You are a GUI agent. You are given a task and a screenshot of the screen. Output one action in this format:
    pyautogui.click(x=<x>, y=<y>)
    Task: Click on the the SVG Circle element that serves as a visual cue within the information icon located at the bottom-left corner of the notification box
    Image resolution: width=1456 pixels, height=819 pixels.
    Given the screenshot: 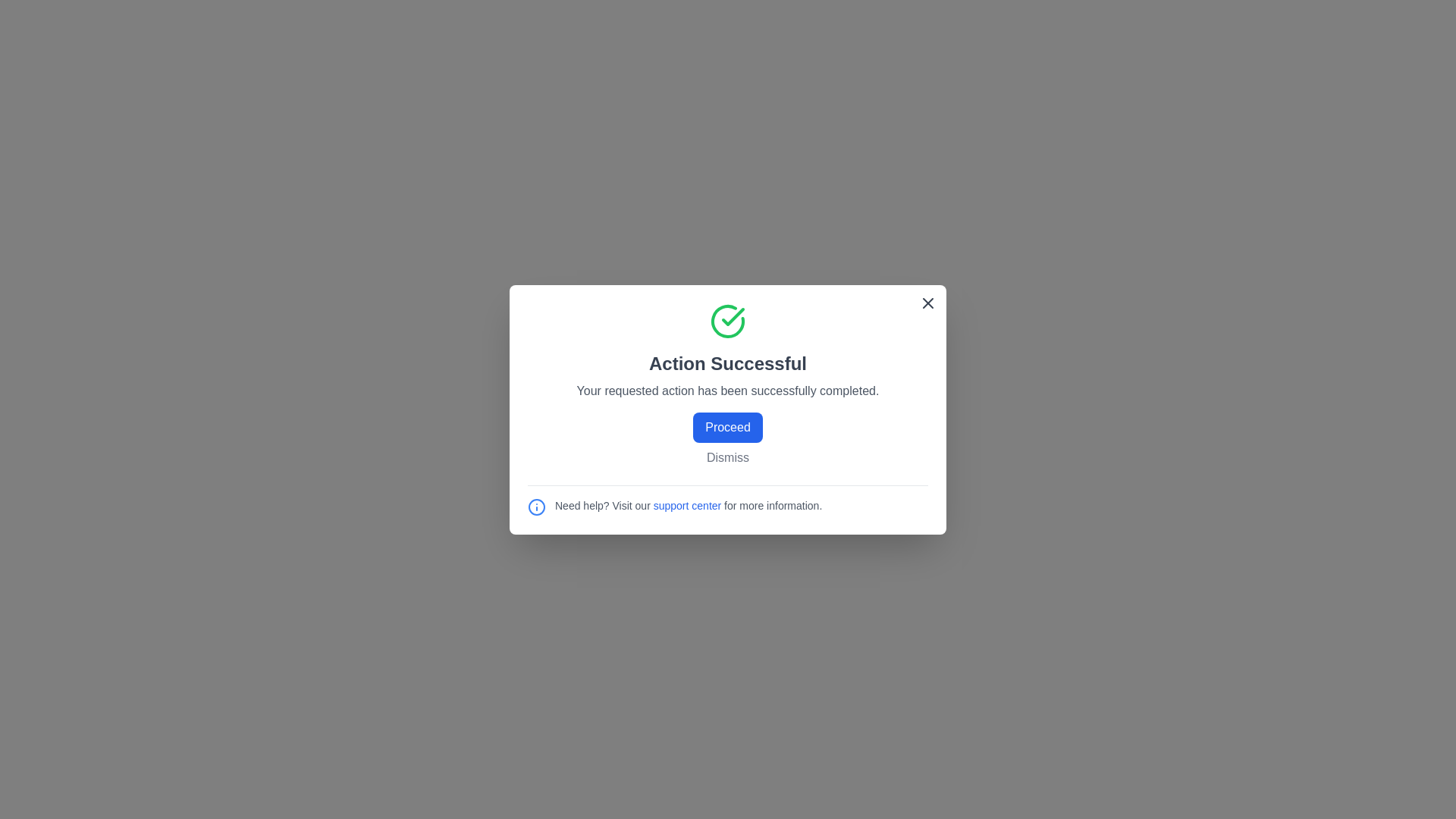 What is the action you would take?
    pyautogui.click(x=537, y=506)
    